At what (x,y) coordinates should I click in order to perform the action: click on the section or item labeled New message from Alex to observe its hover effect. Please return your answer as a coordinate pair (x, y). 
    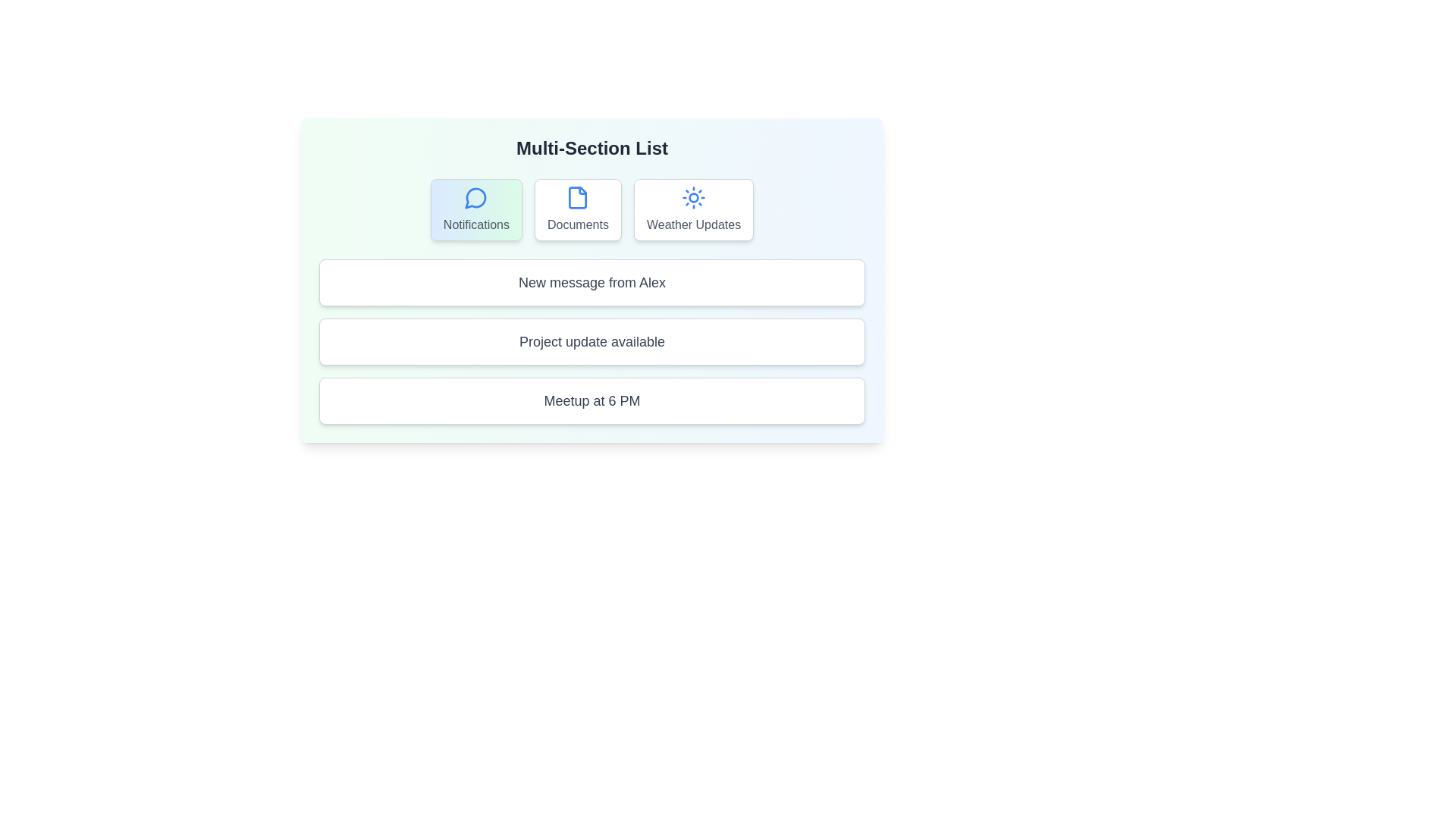
    Looking at the image, I should click on (591, 283).